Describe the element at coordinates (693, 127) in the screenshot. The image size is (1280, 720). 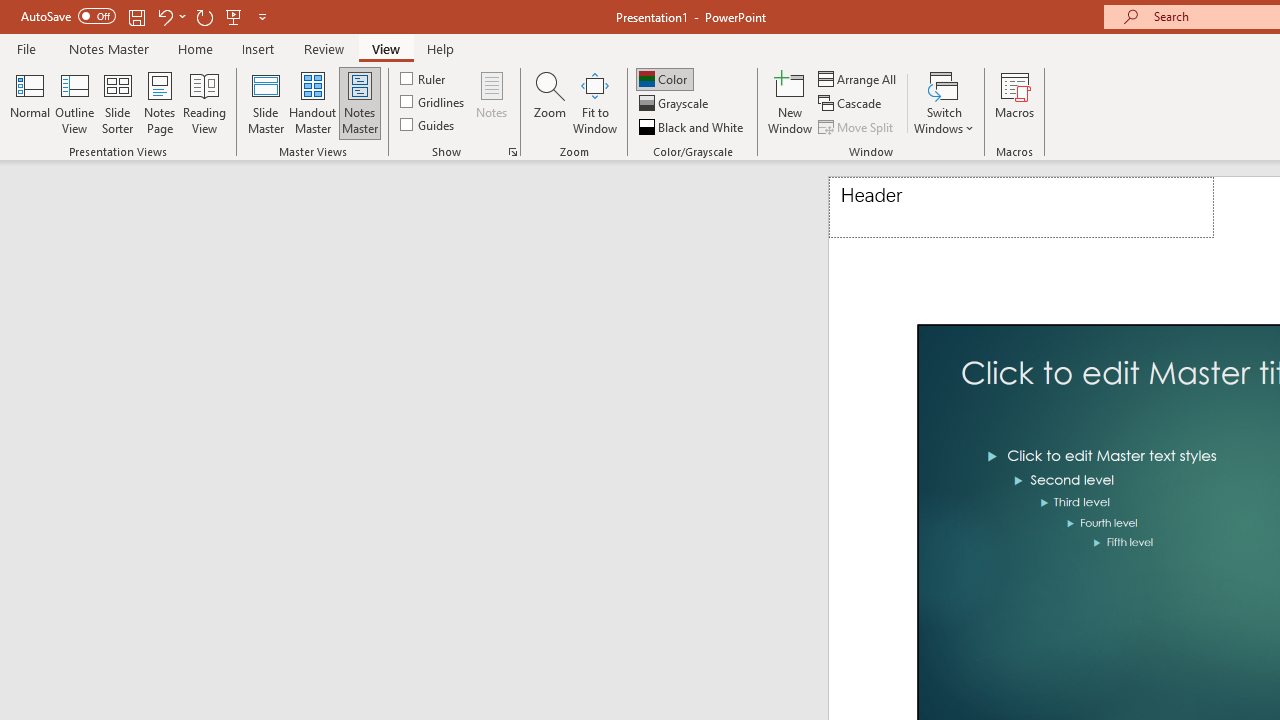
I see `'Black and White'` at that location.